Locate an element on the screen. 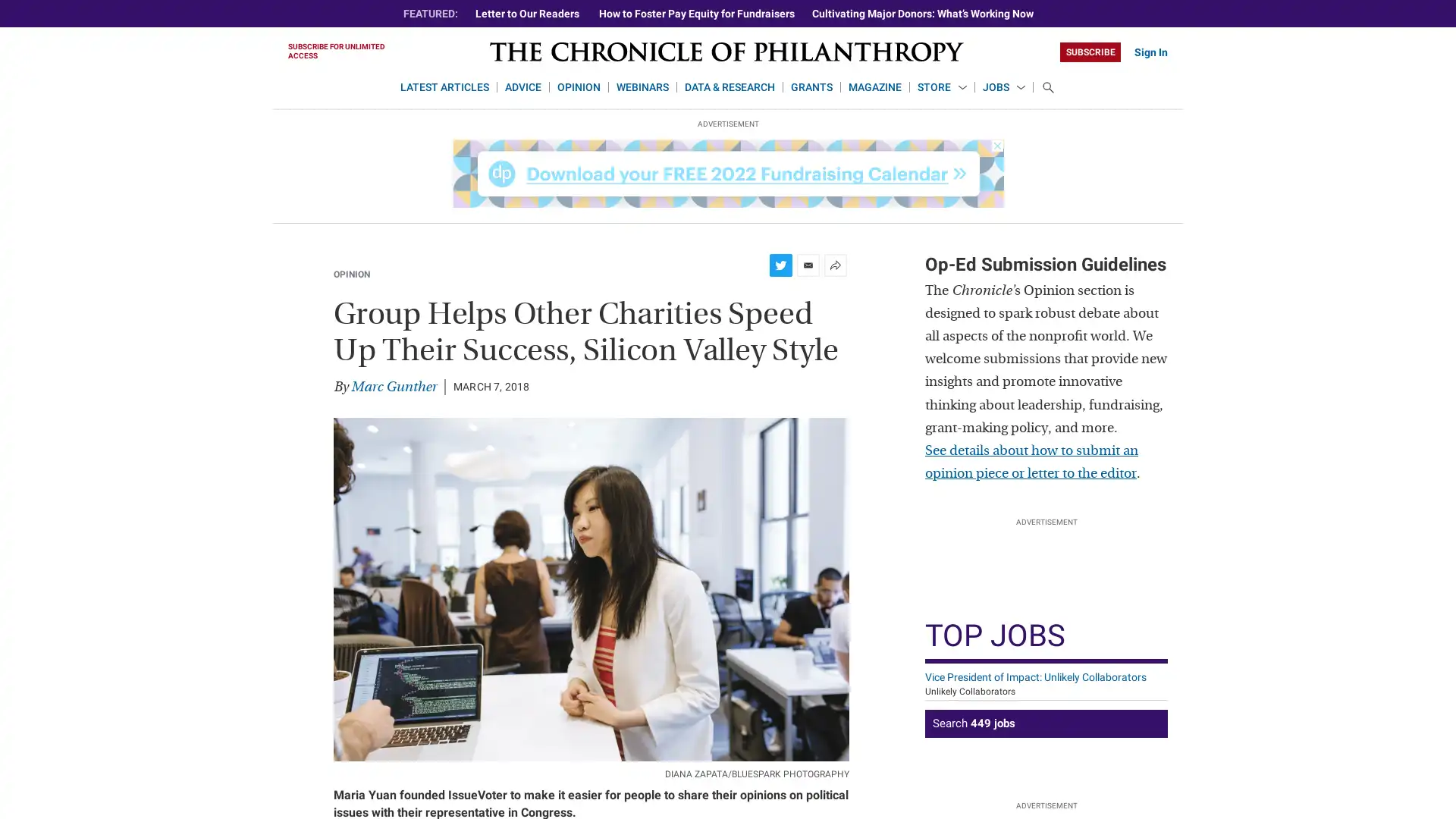 The width and height of the screenshot is (1456, 819). Open Sub Navigation is located at coordinates (961, 88).